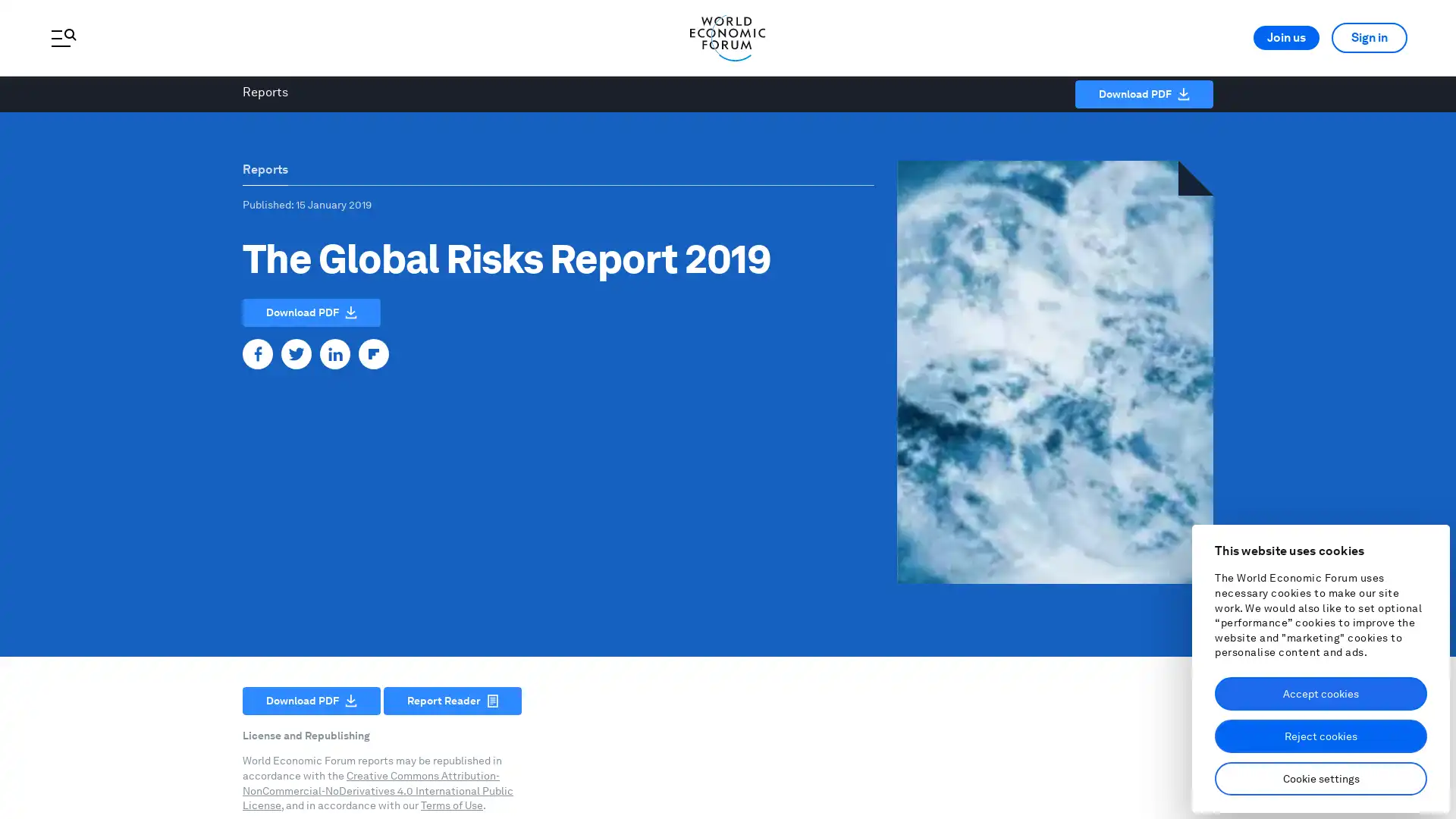 The width and height of the screenshot is (1456, 819). Describe the element at coordinates (1320, 778) in the screenshot. I see `Cookie settings` at that location.